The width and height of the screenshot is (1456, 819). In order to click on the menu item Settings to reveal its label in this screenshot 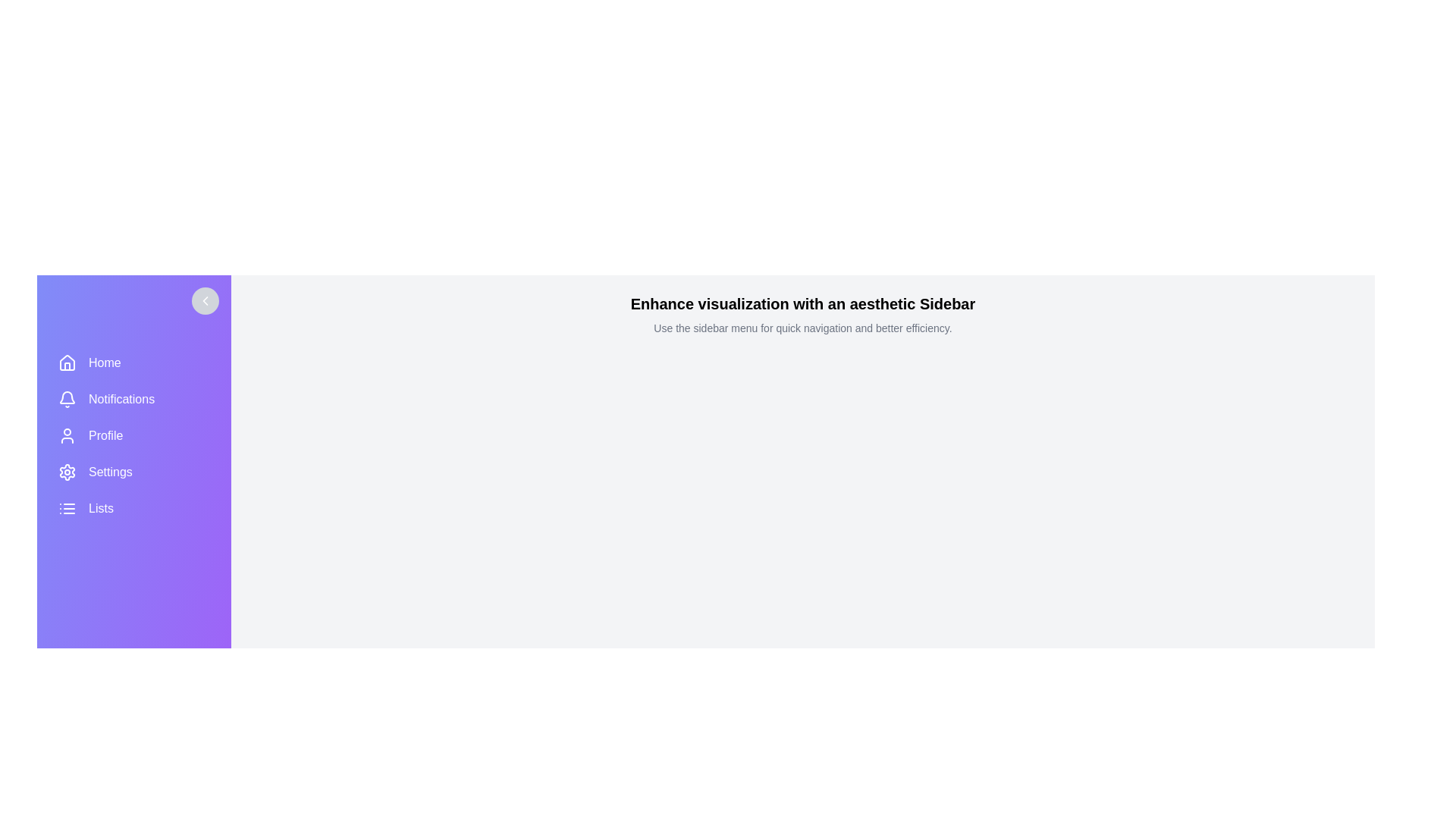, I will do `click(134, 472)`.